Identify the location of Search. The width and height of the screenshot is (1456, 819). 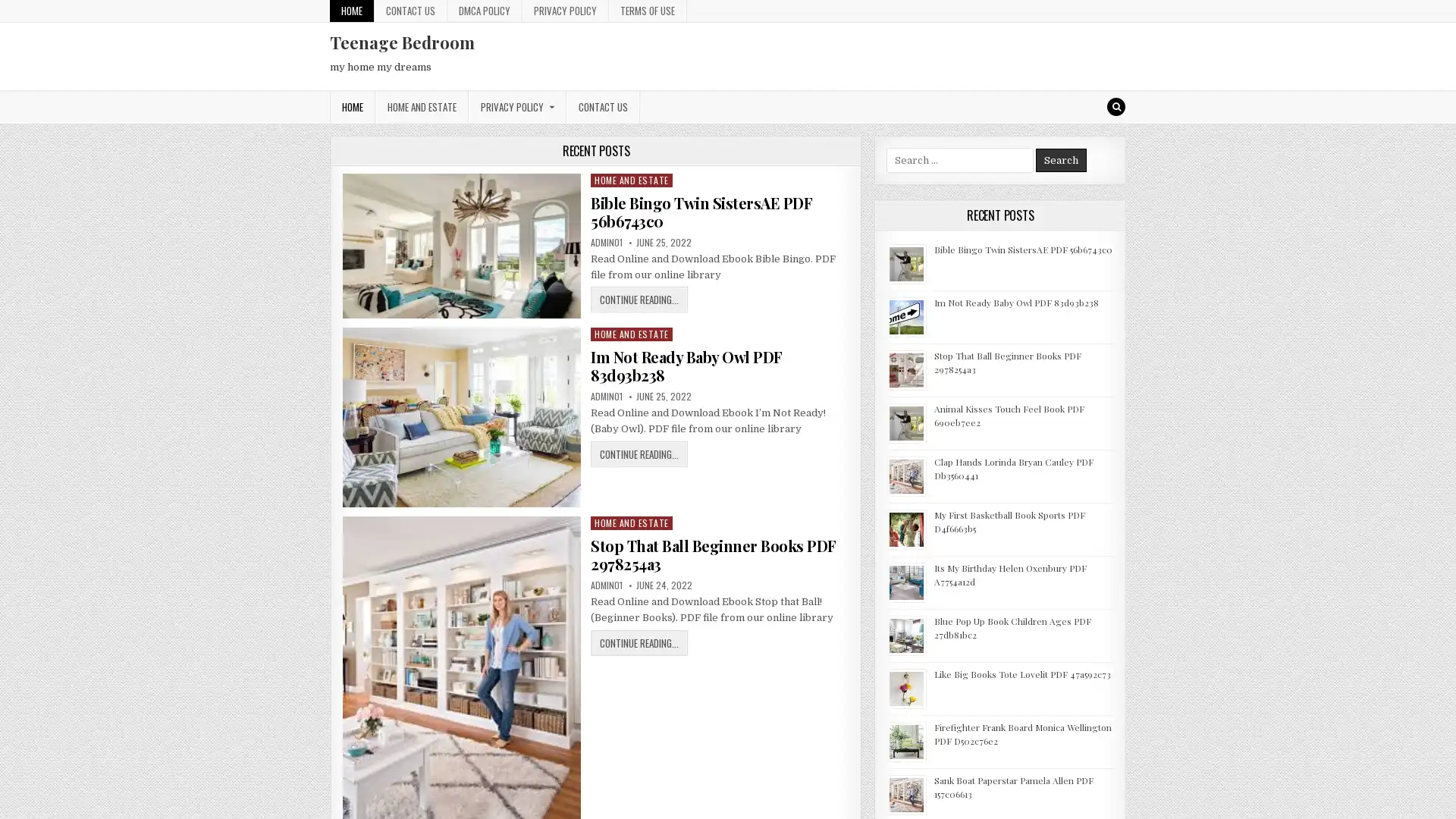
(1060, 160).